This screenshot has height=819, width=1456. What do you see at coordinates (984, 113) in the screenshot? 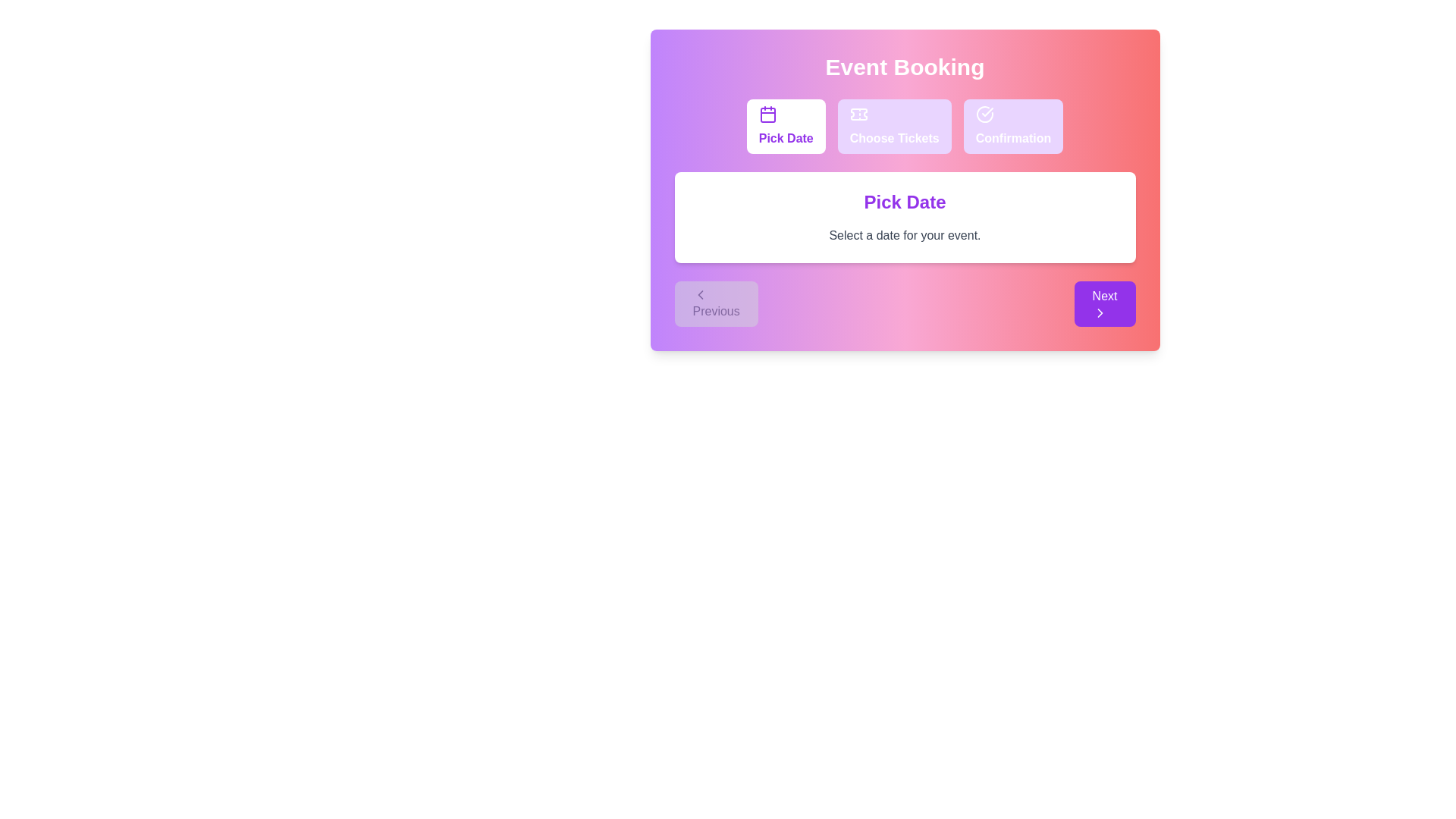
I see `the circular check icon with a centered tick mark, which is part of the 'Confirmation' button under the 'Event Booking' heading` at bounding box center [984, 113].